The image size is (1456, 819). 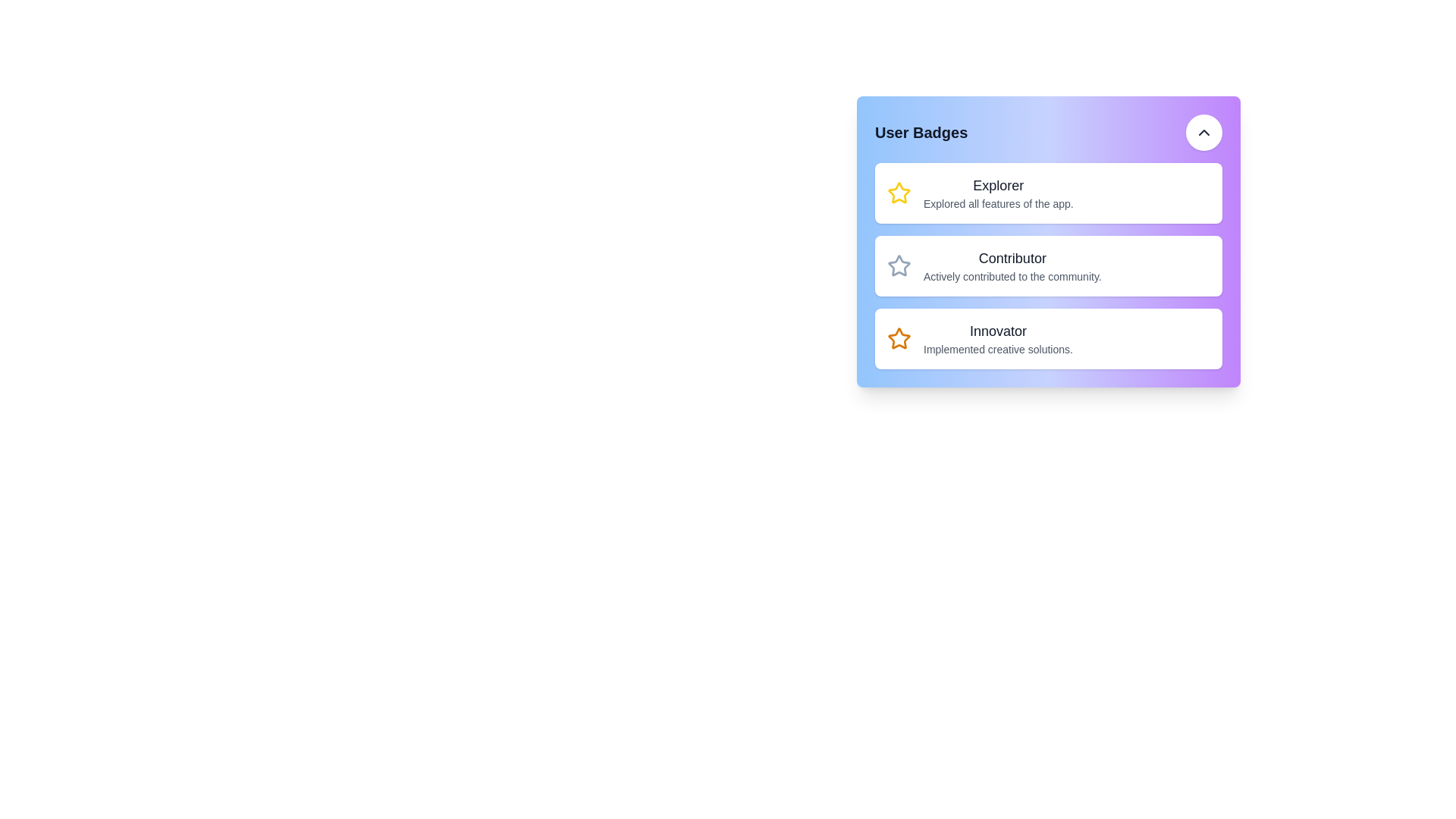 What do you see at coordinates (1047, 265) in the screenshot?
I see `text present in the 'Contributor' badge description, which is the second item in the 'User Badges' list, located within a gradient background box` at bounding box center [1047, 265].